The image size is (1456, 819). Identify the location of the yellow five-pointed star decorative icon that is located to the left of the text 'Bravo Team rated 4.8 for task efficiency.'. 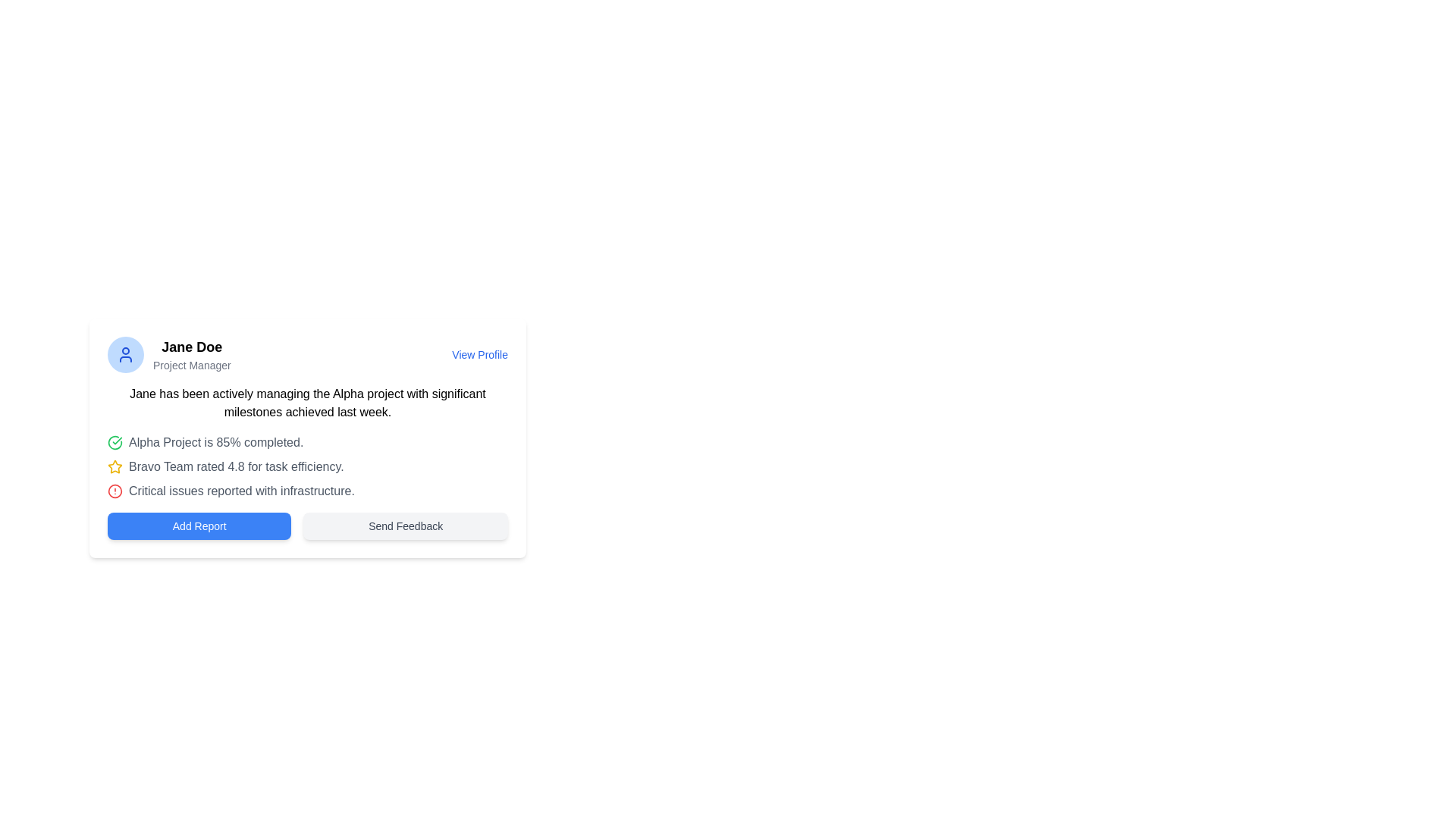
(115, 466).